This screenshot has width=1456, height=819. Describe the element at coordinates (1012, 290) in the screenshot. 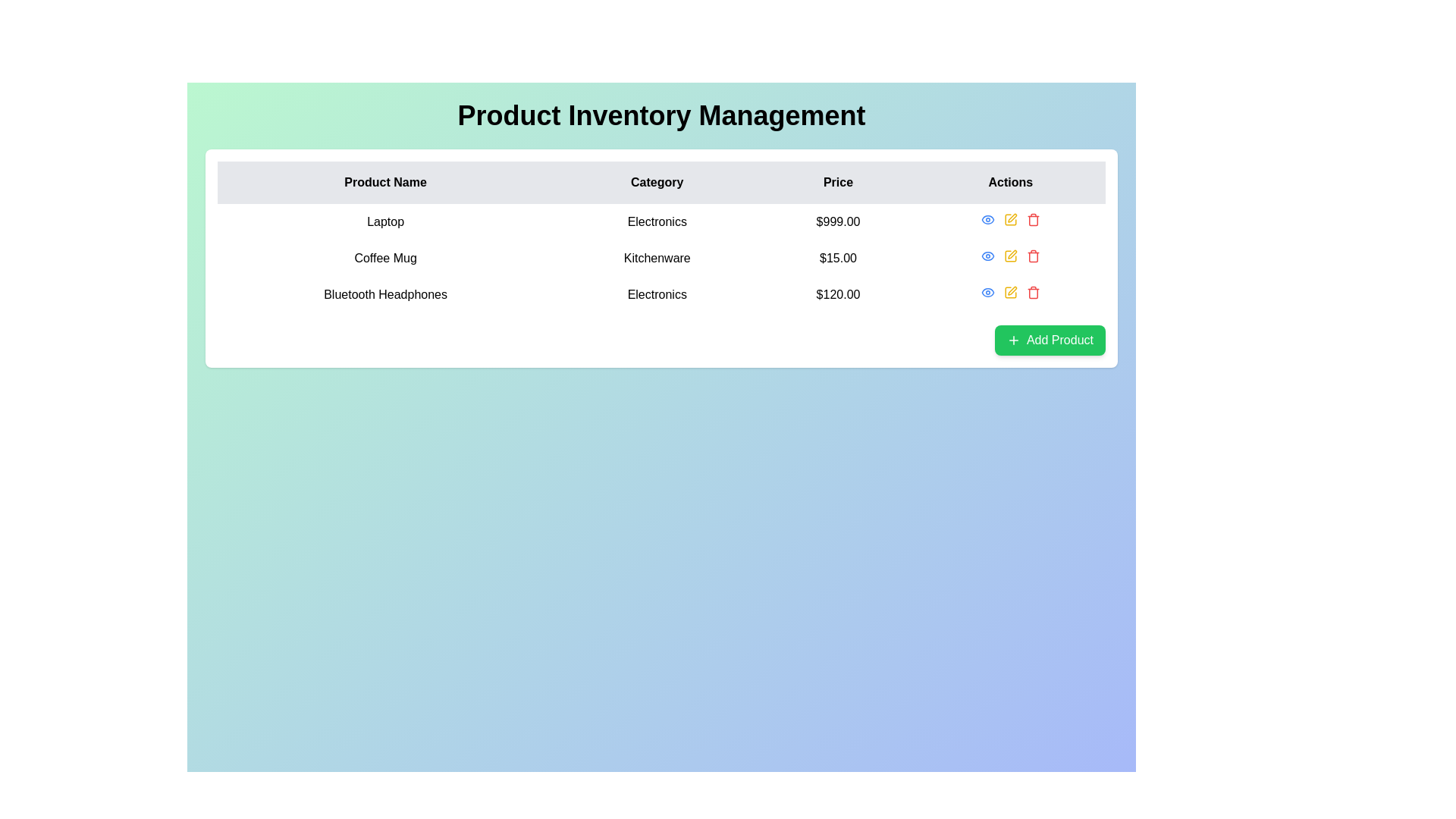

I see `the pen-shaped icon button, which is the second icon in the row of actions for the product 'Bluetooth Headphones'` at that location.